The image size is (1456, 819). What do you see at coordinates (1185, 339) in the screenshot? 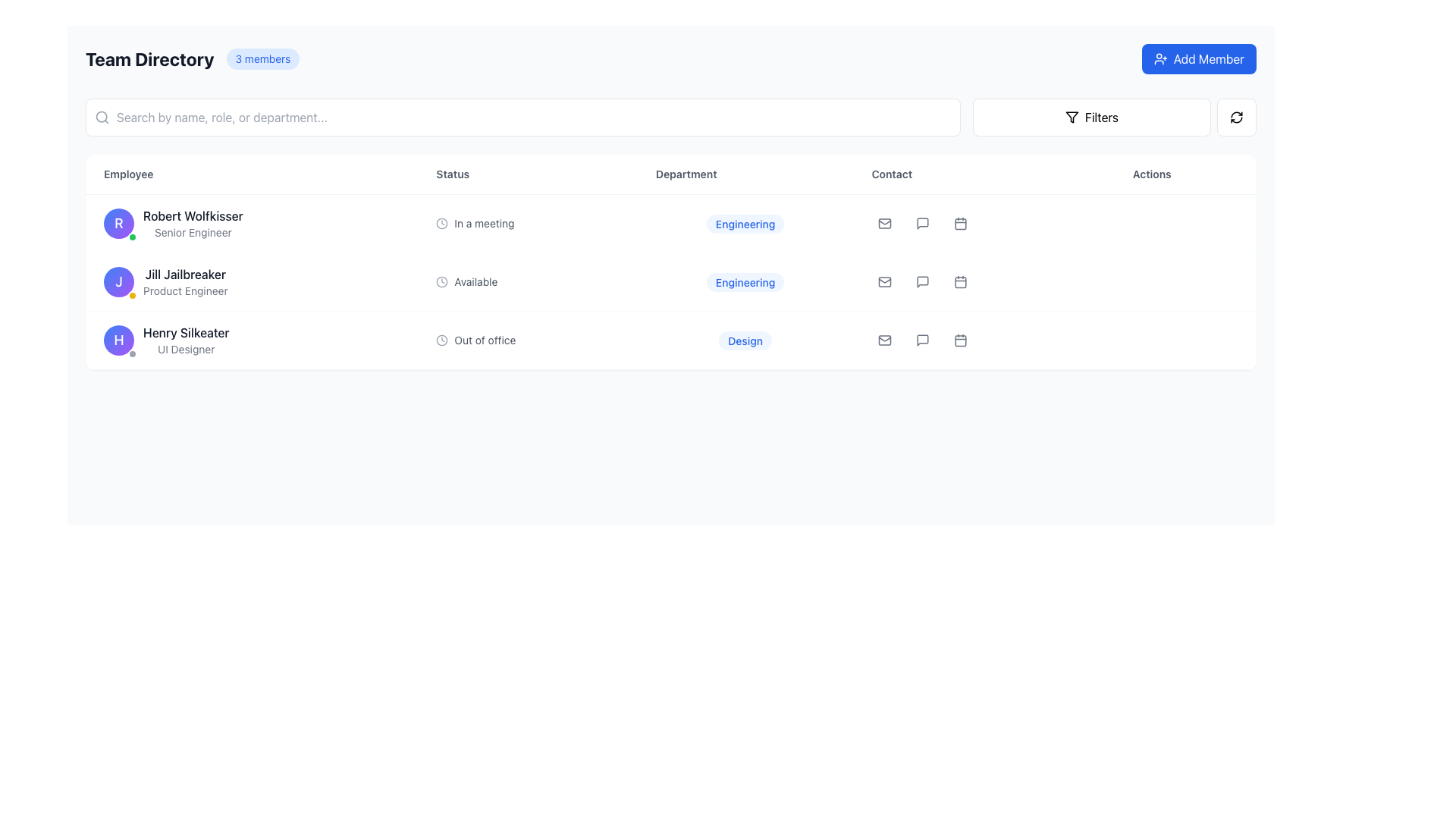
I see `the menu button represented by three horizontally aligned dots in the 'Actions' column of the last row in the 'Team Directory' table for 'Henry Silkeater'` at bounding box center [1185, 339].